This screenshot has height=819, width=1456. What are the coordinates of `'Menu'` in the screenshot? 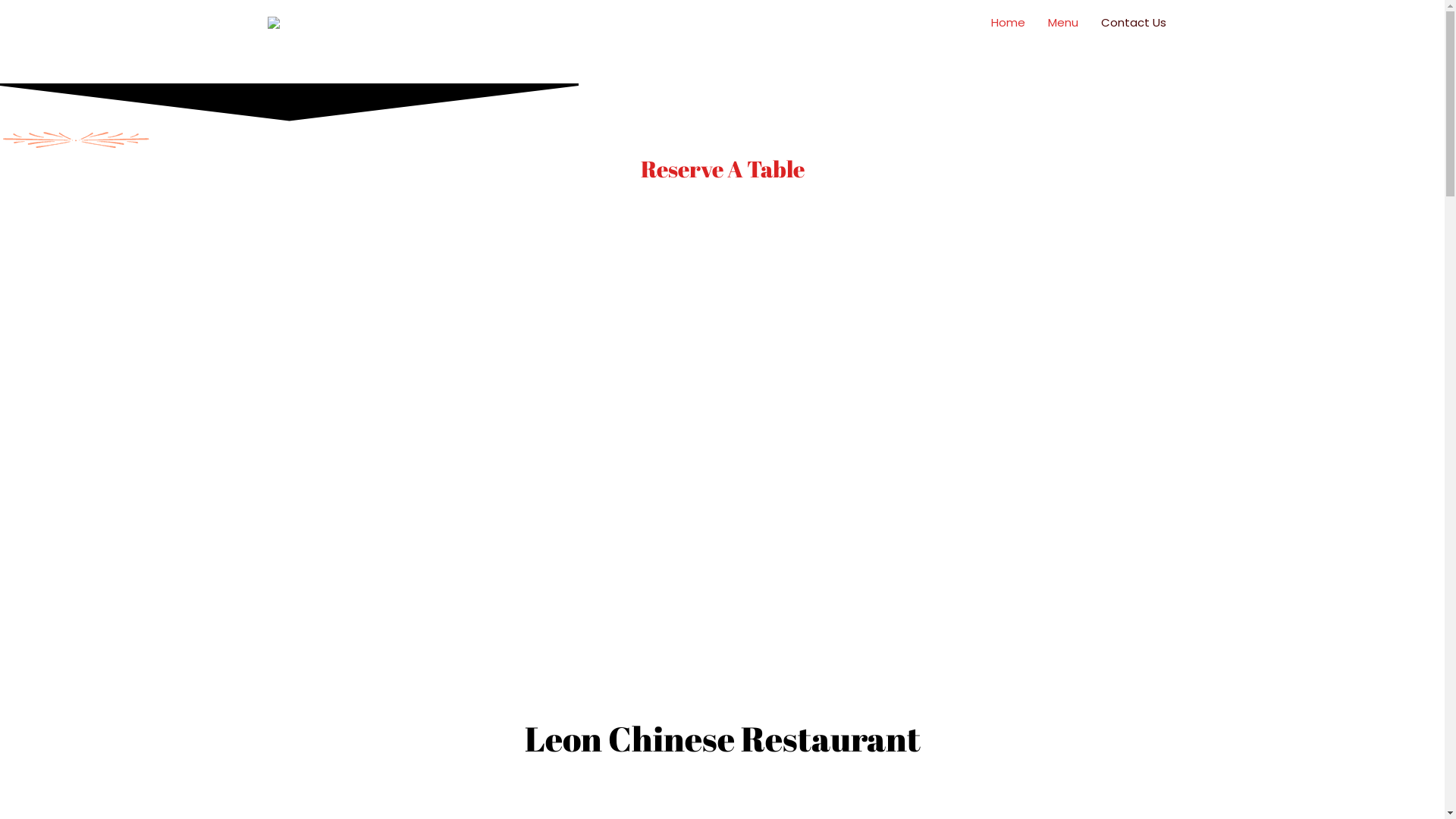 It's located at (1062, 23).